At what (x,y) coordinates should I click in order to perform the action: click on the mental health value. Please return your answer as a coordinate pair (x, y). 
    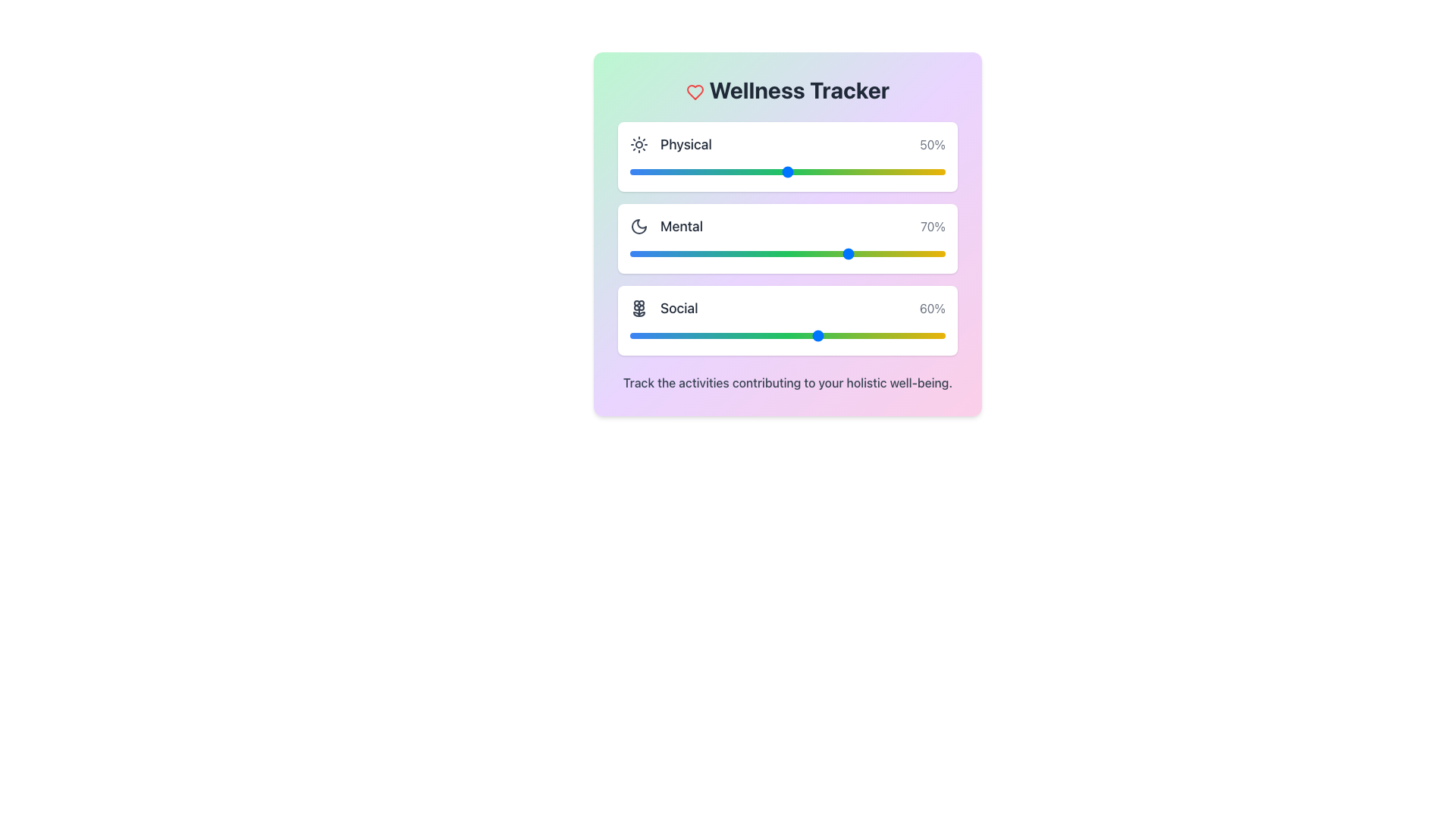
    Looking at the image, I should click on (642, 253).